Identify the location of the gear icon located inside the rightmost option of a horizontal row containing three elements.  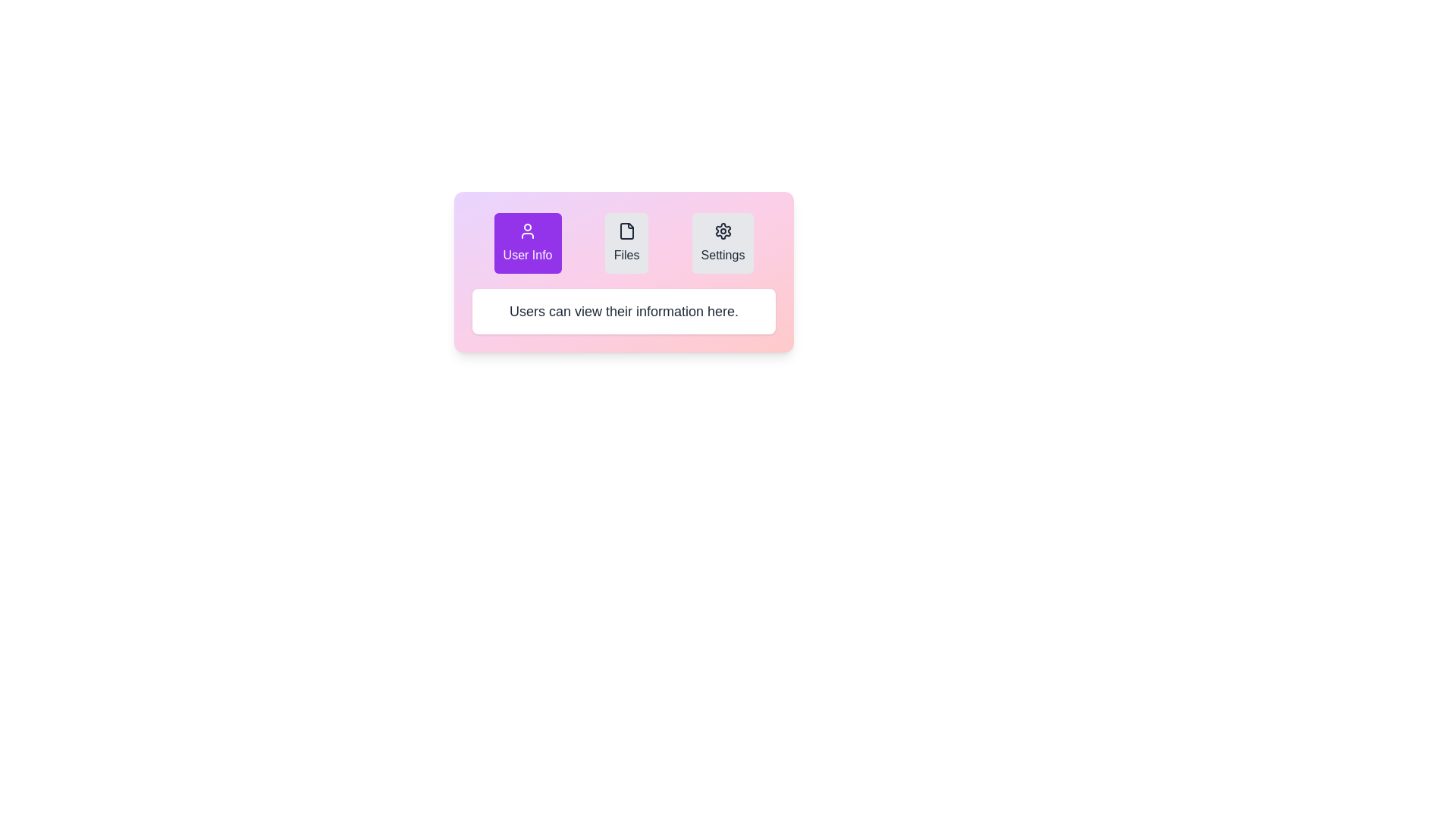
(722, 231).